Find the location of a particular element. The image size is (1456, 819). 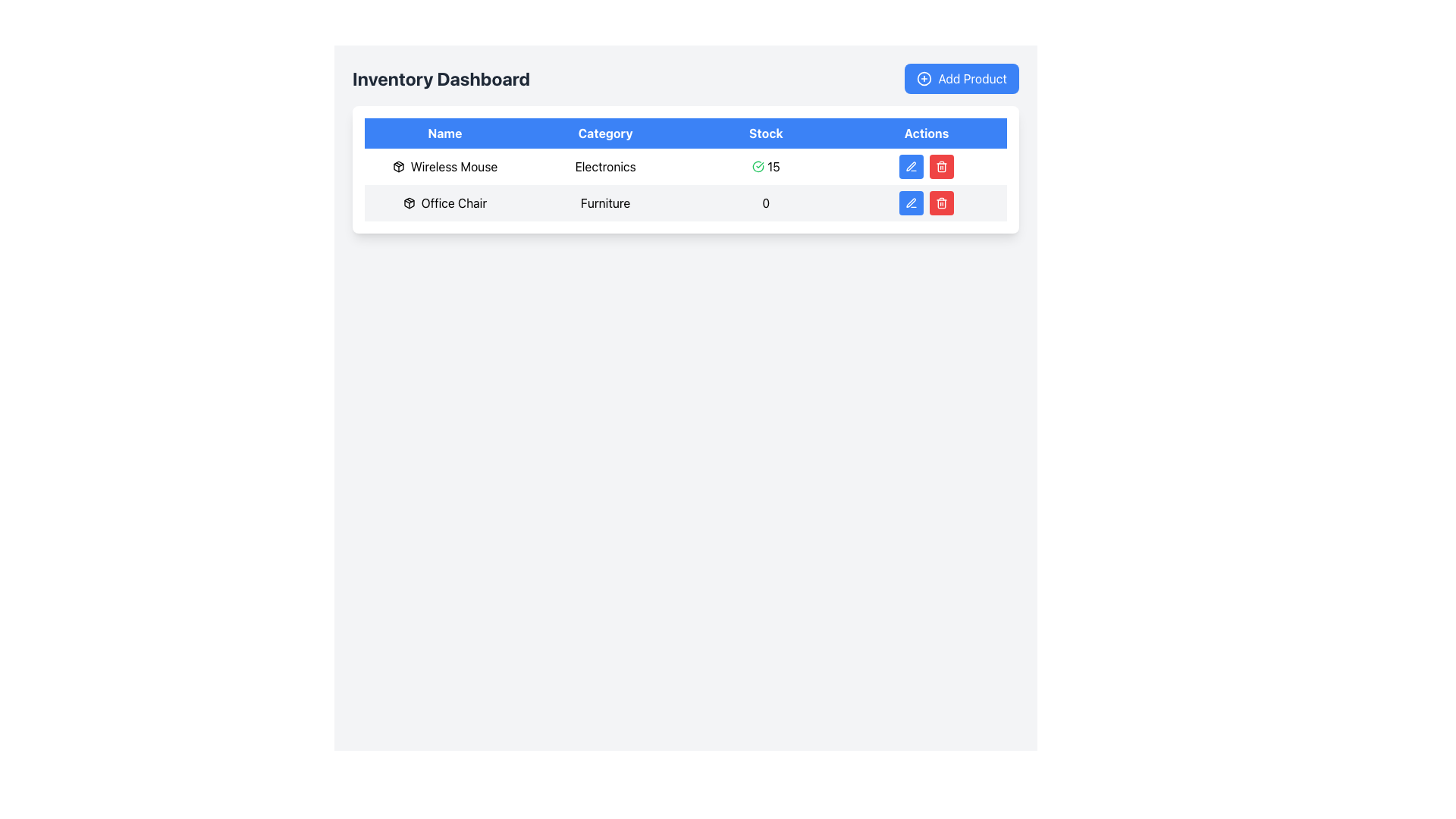

the delete button located in the button group of the second row under the 'Actions' column is located at coordinates (926, 202).